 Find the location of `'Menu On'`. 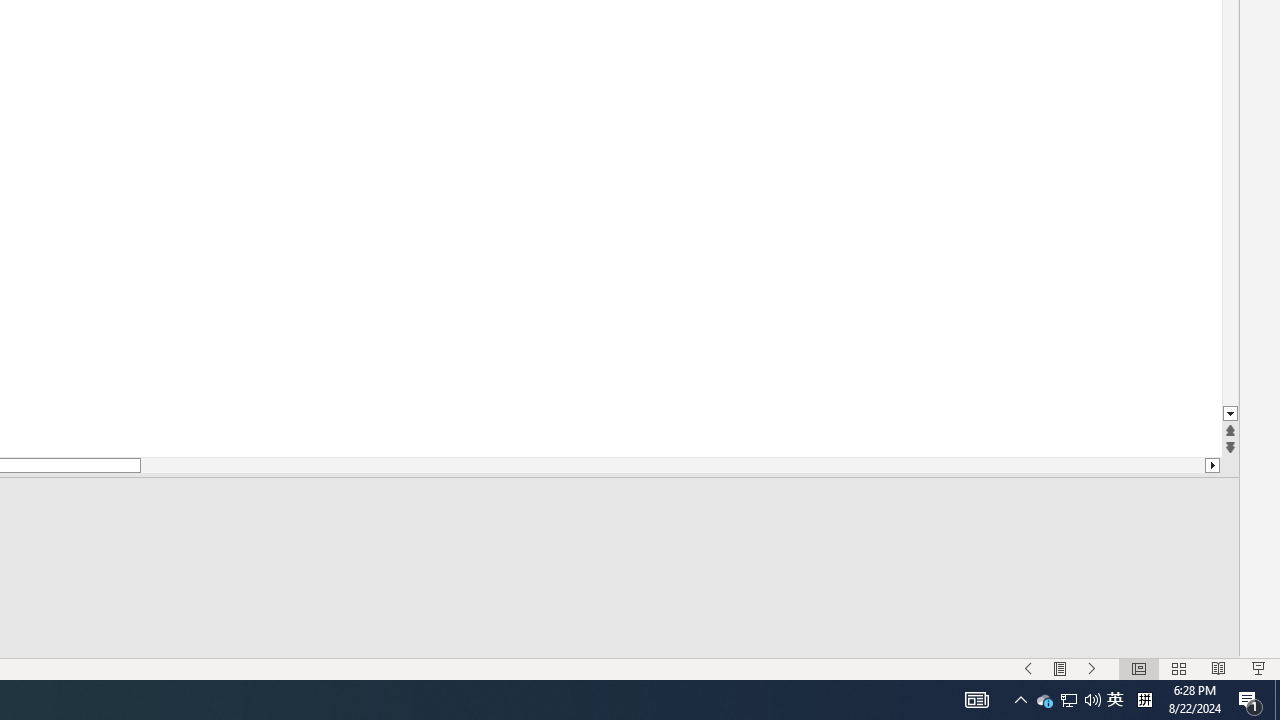

'Menu On' is located at coordinates (1044, 698).